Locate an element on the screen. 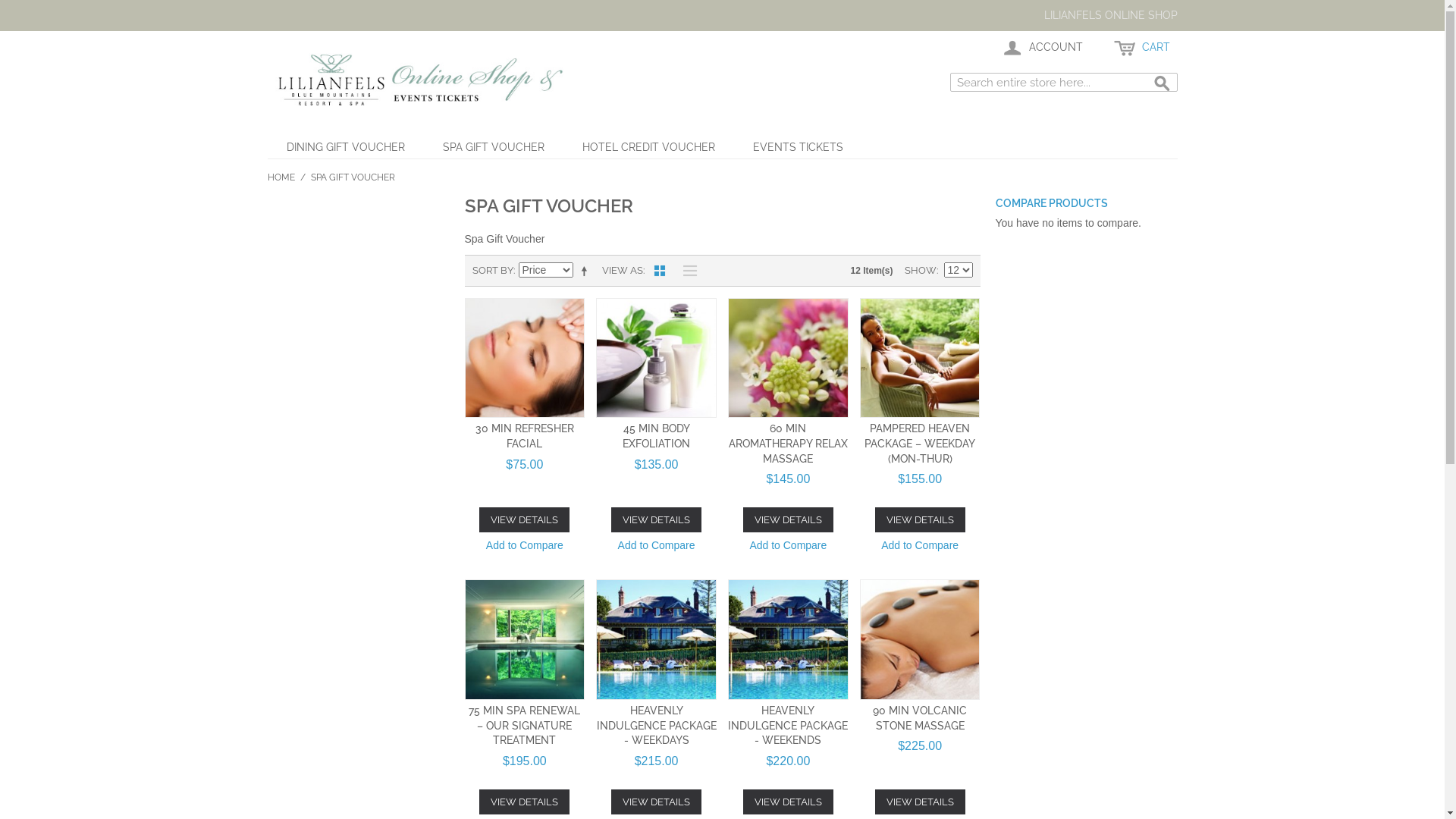 This screenshot has width=1456, height=819. 'ACCOUNT' is located at coordinates (993, 46).